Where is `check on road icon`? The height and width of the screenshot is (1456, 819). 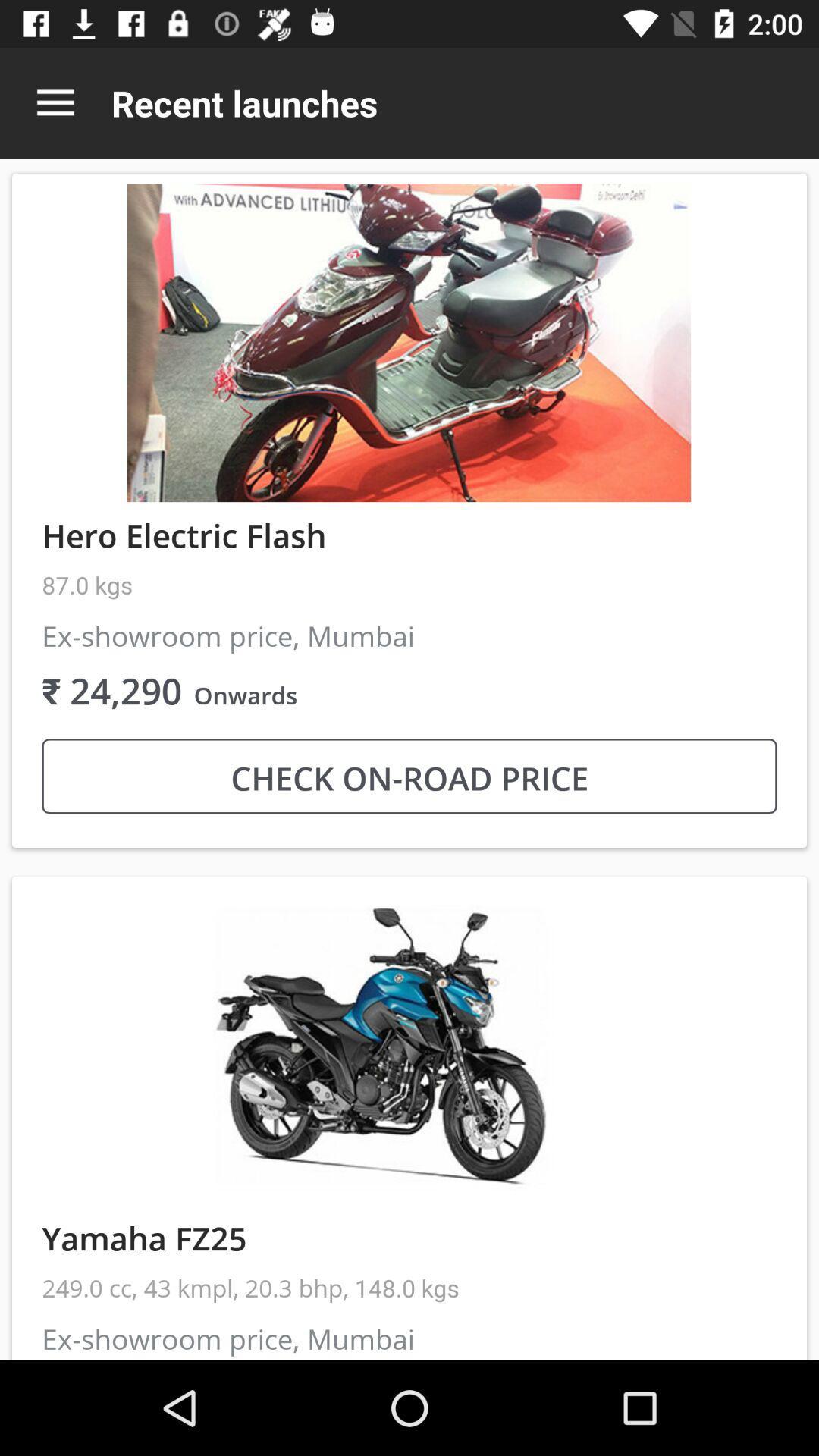 check on road icon is located at coordinates (409, 776).